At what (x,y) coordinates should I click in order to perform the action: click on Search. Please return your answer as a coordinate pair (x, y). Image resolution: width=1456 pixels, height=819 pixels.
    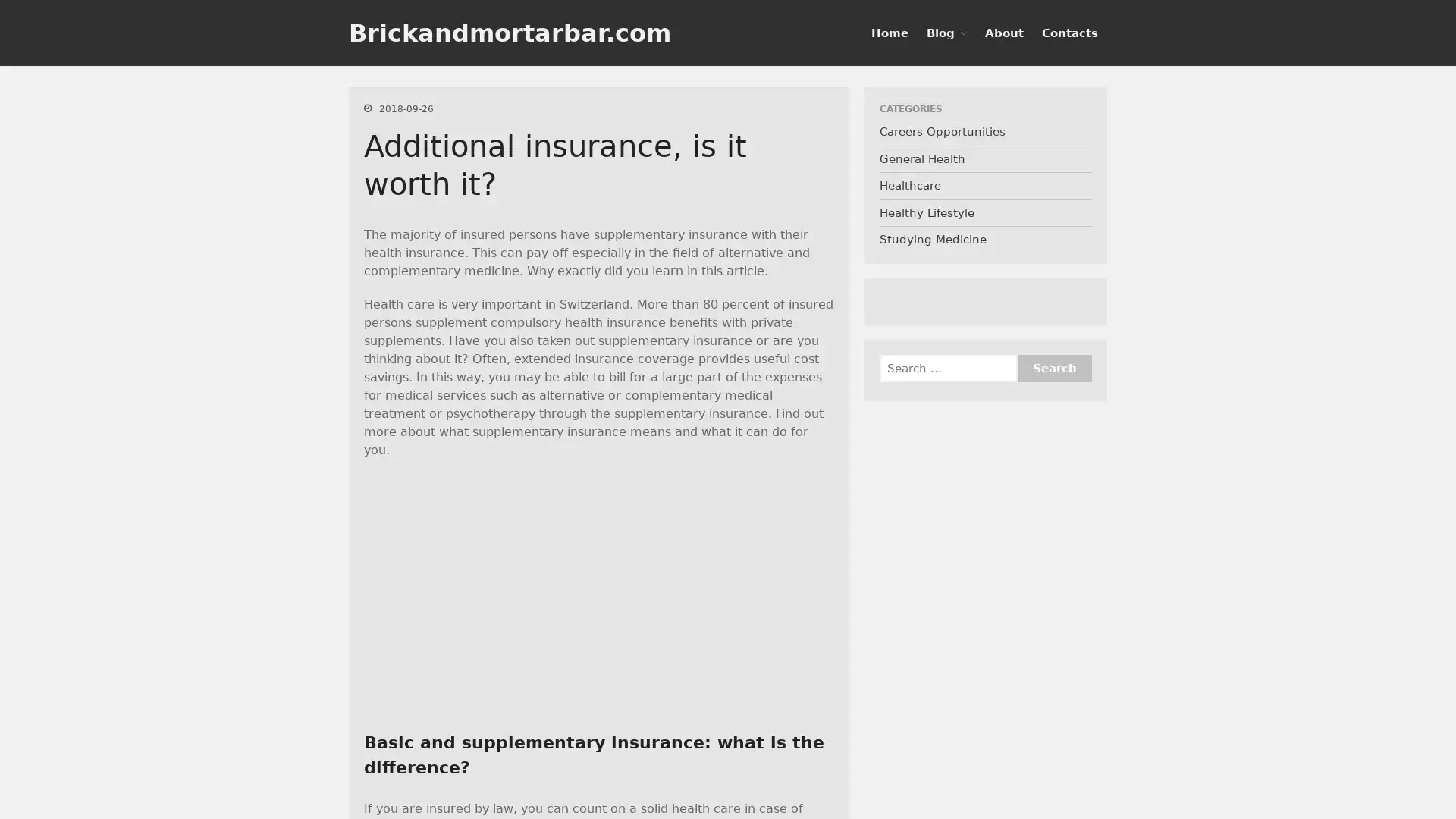
    Looking at the image, I should click on (1365, 307).